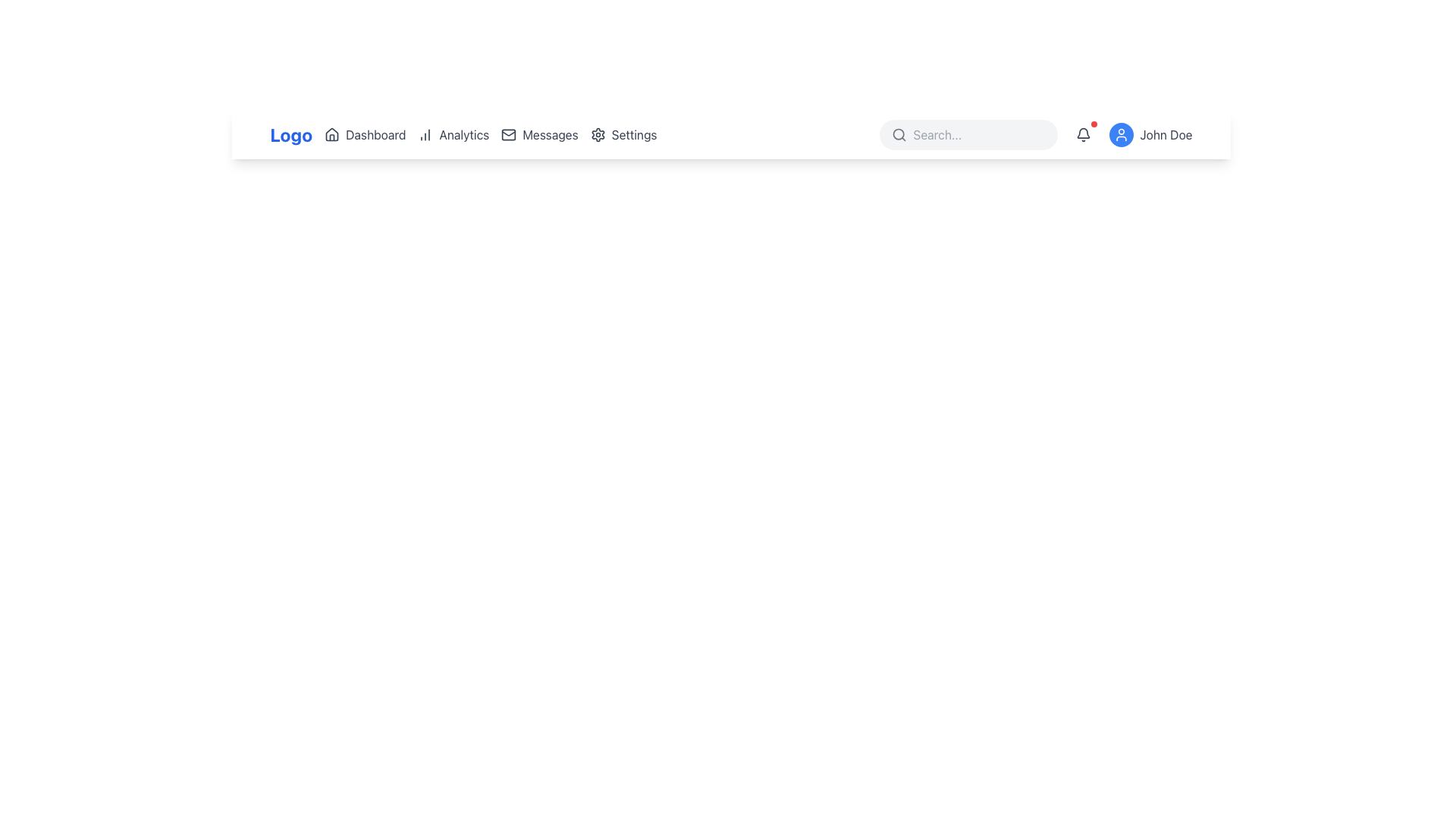  I want to click on the search button icon located to the far left within the rounded search bar in the top-right area of the page, so click(899, 133).